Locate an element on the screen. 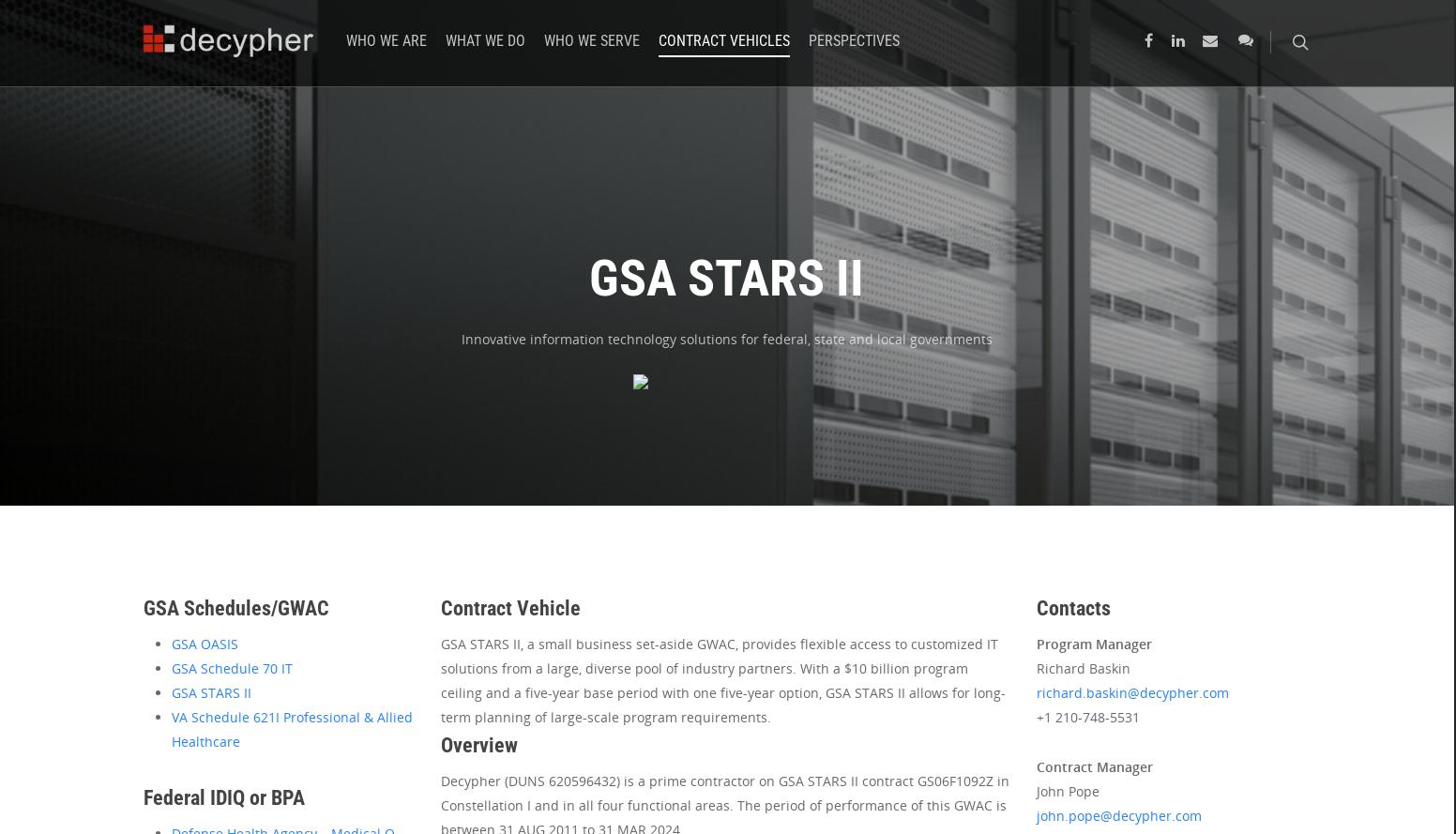 The height and width of the screenshot is (834, 1456). 'Overview' is located at coordinates (479, 745).